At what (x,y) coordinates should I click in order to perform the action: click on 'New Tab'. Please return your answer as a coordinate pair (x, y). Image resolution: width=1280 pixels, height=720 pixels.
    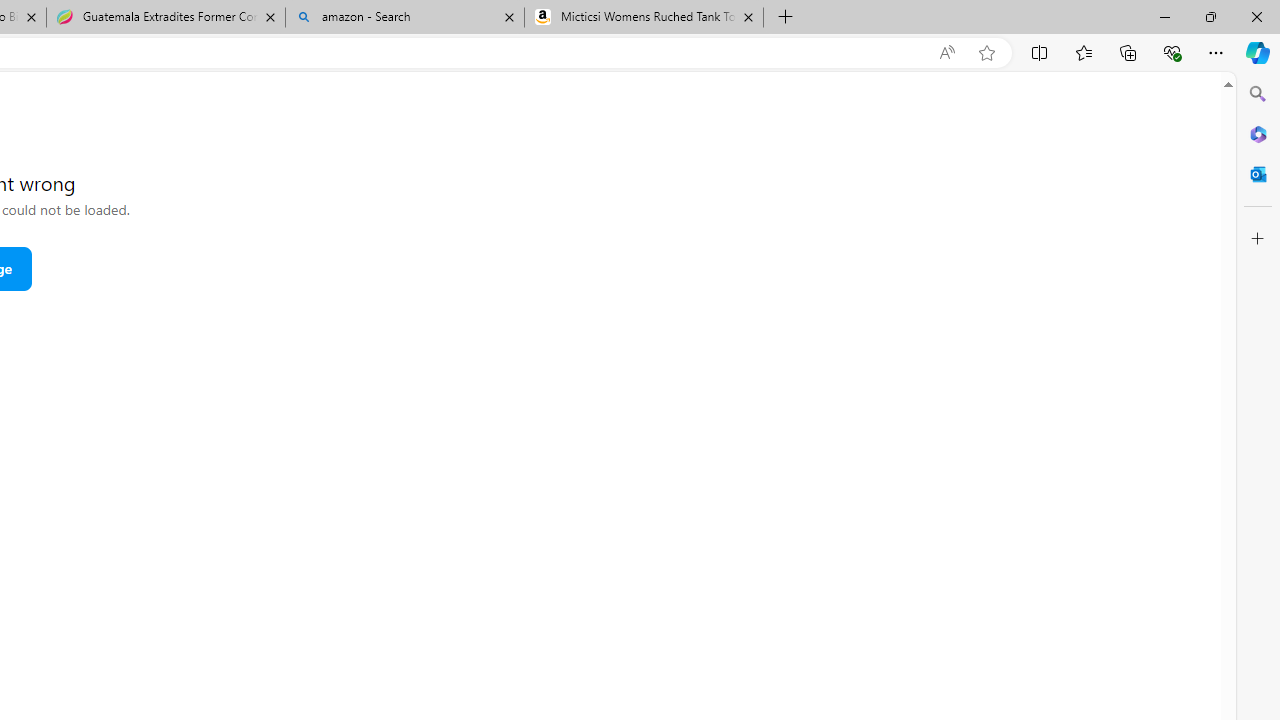
    Looking at the image, I should click on (784, 17).